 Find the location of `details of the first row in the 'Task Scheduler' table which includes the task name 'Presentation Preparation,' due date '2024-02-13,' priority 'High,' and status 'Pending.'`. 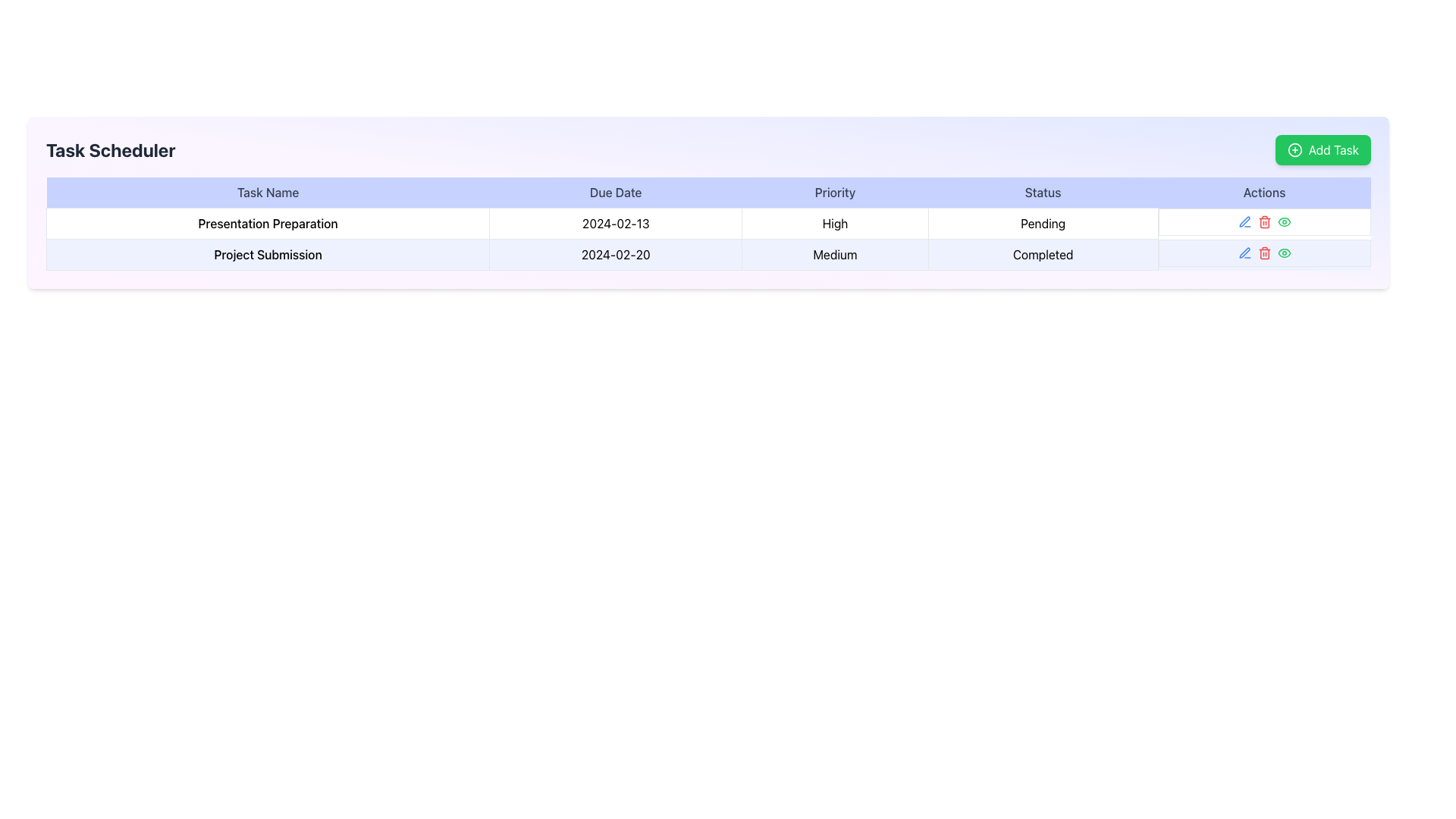

details of the first row in the 'Task Scheduler' table which includes the task name 'Presentation Preparation,' due date '2024-02-13,' priority 'High,' and status 'Pending.' is located at coordinates (708, 223).